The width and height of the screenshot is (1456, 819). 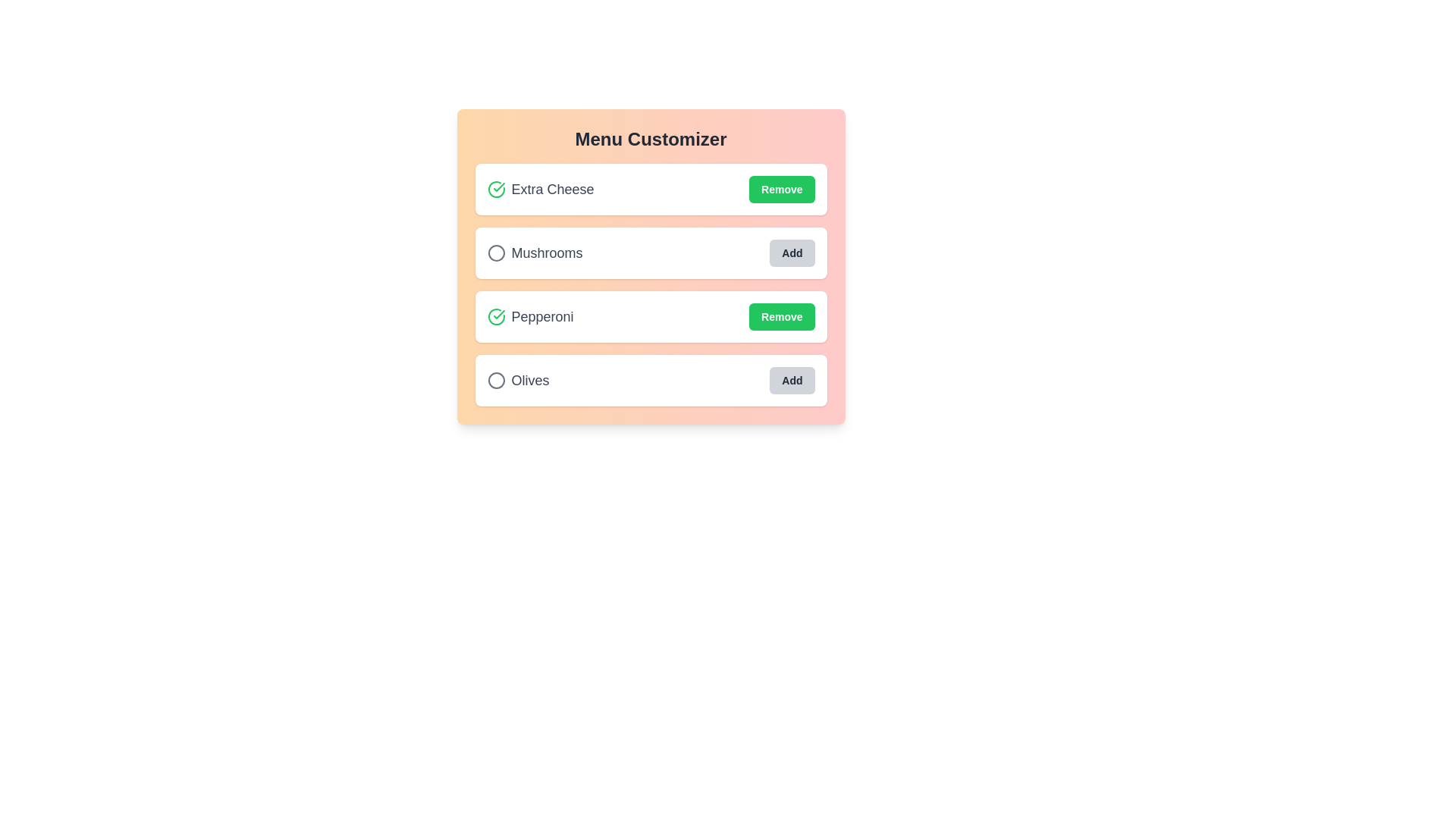 I want to click on the circular icon for Extra Cheese to toggle its selection state, so click(x=496, y=189).